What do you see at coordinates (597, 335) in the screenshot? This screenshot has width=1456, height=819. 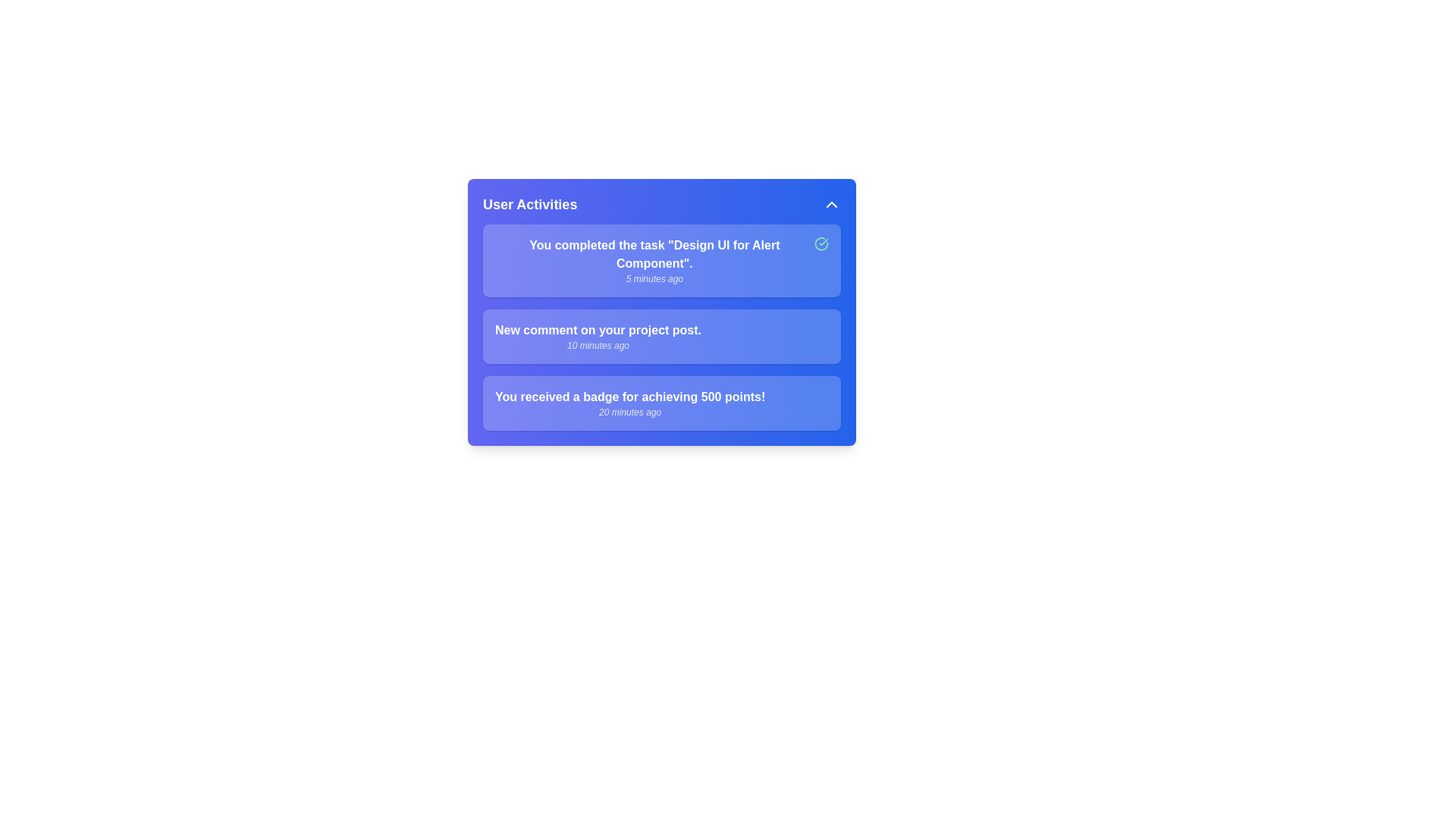 I see `notification content displayed in the text block styled with multiple fonts and colors, specifically the message 'New comment on your project post.'` at bounding box center [597, 335].